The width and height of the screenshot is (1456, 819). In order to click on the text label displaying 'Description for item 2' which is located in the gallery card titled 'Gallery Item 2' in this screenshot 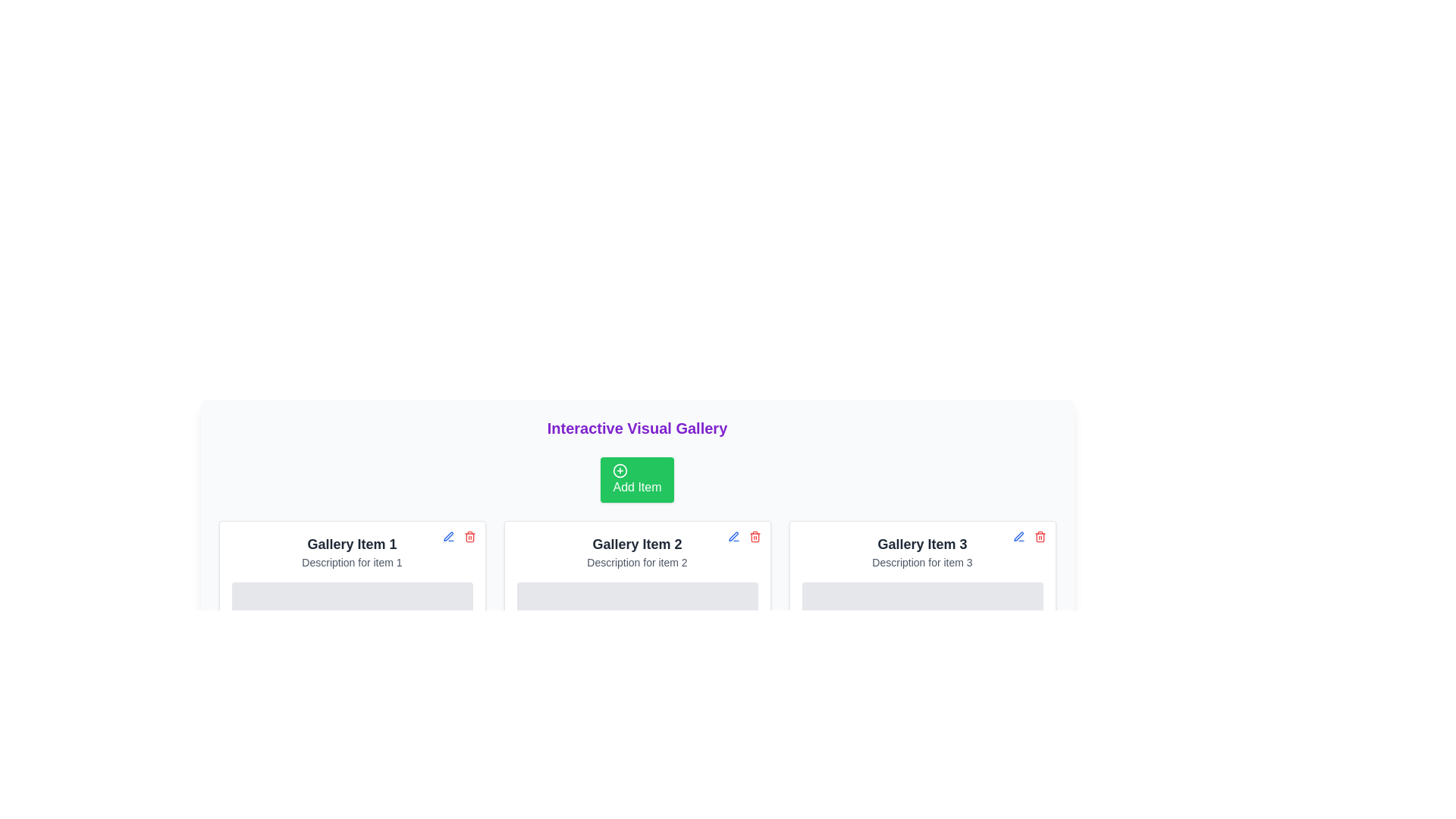, I will do `click(637, 562)`.